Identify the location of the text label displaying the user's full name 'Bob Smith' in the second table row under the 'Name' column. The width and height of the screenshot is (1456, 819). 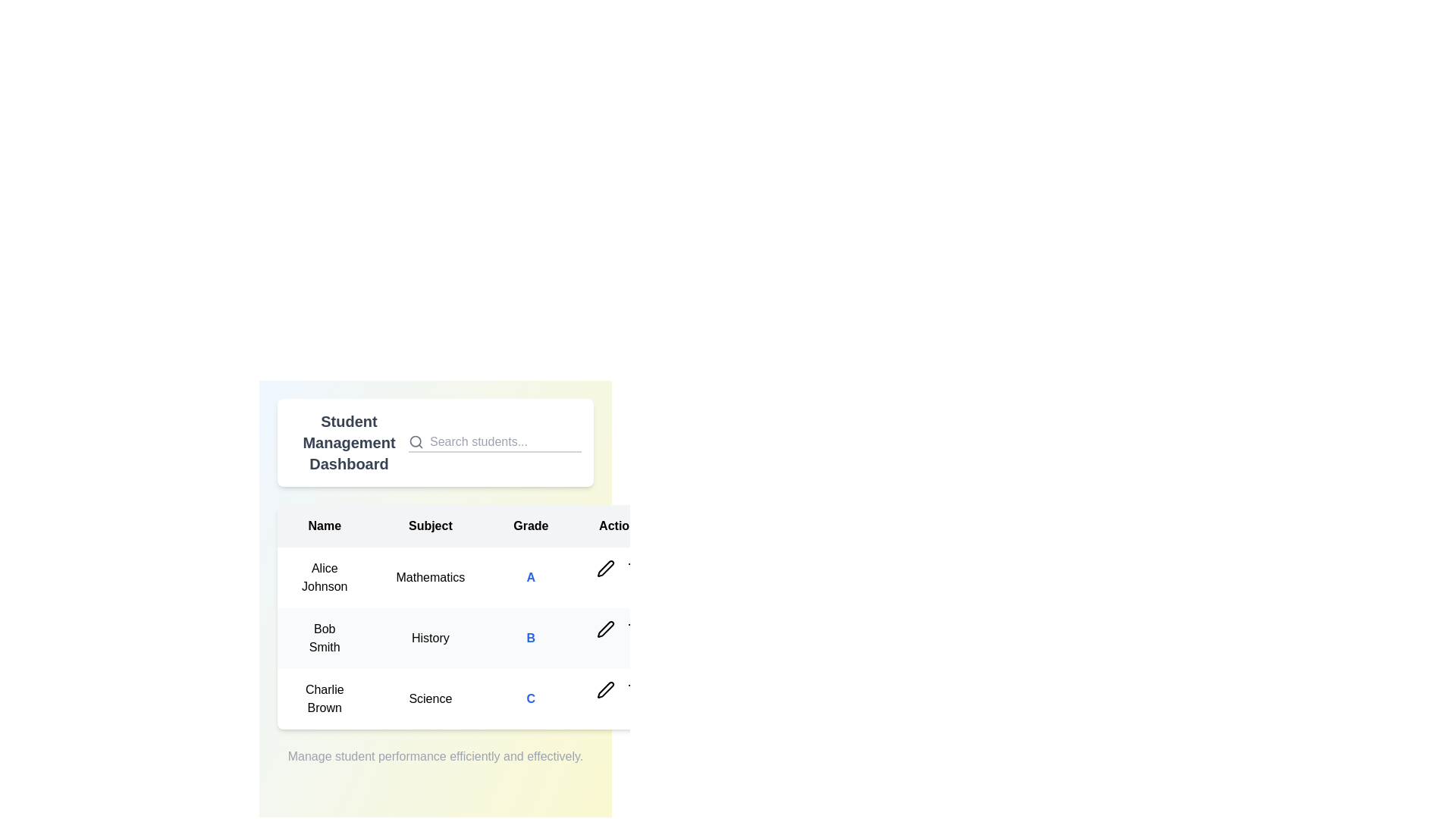
(324, 638).